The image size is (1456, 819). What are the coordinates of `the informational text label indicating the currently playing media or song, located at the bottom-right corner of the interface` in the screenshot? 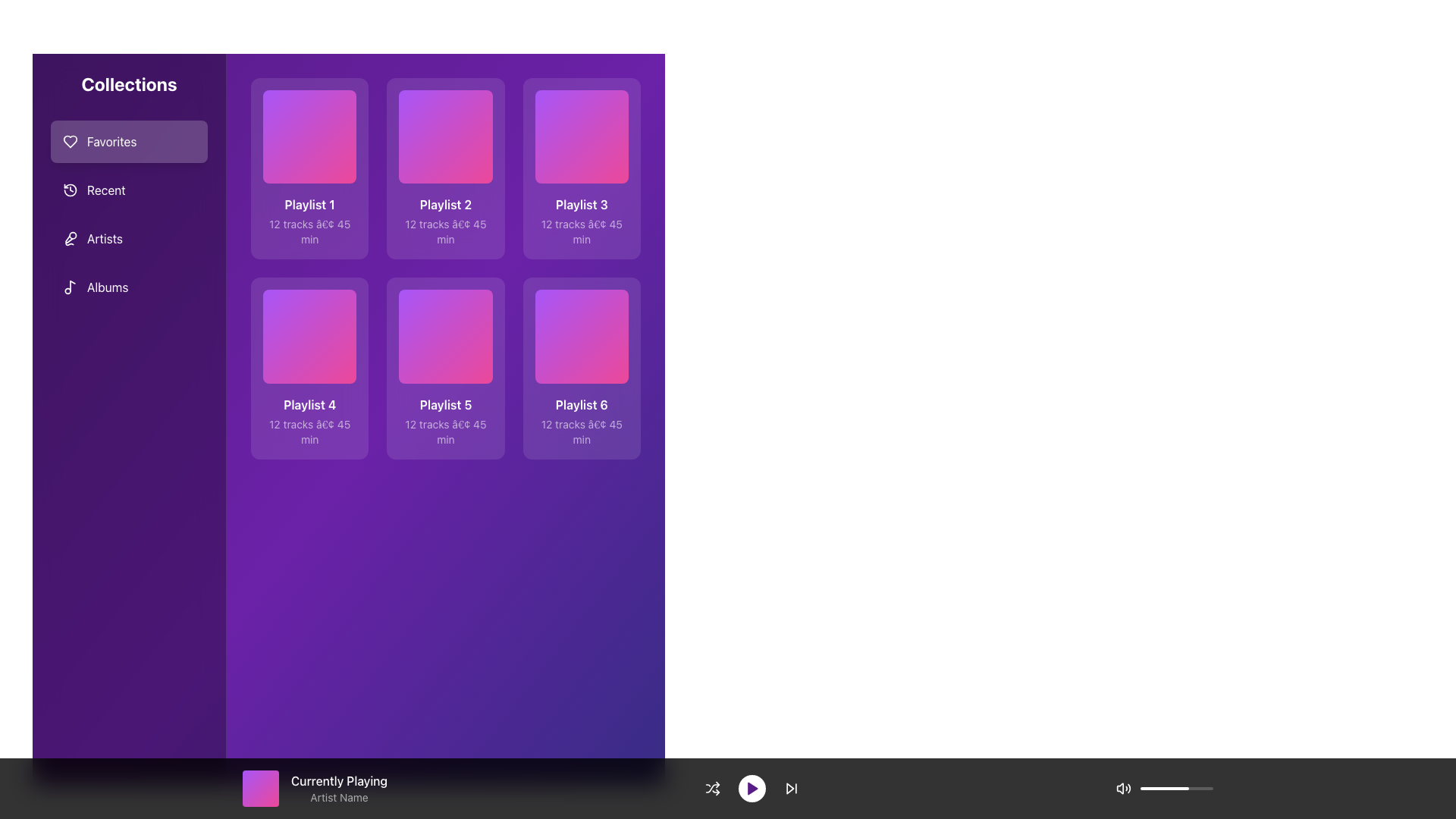 It's located at (338, 780).